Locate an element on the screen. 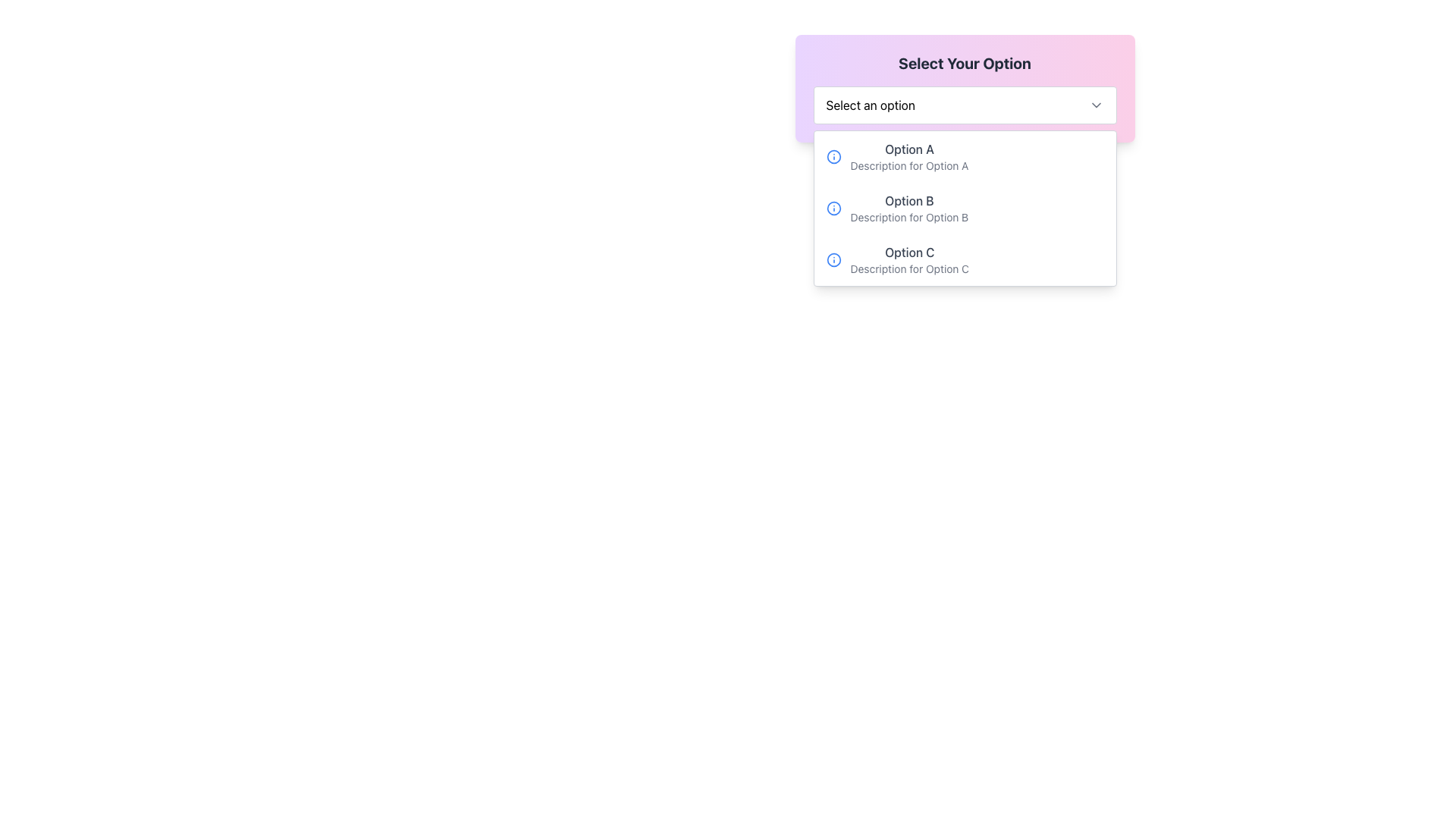 The height and width of the screenshot is (819, 1456). the bold text label that says 'Select Your Option', which is prominently displayed at the top of a card-like group above the dropdown menu is located at coordinates (964, 63).